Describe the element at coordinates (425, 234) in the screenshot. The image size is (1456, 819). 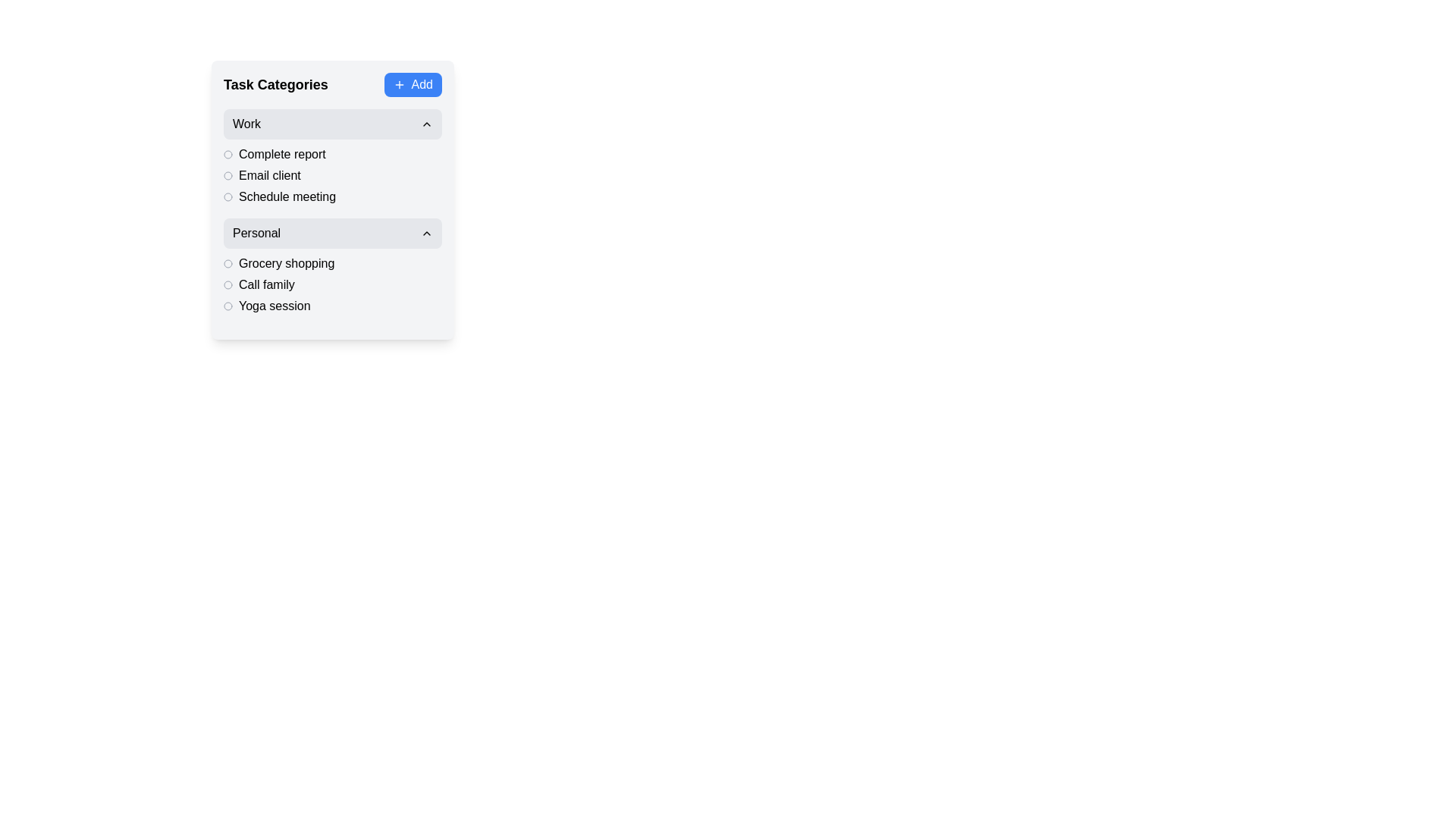
I see `the upward-pointing chevron icon located at the right end of the 'Personal' category bar` at that location.